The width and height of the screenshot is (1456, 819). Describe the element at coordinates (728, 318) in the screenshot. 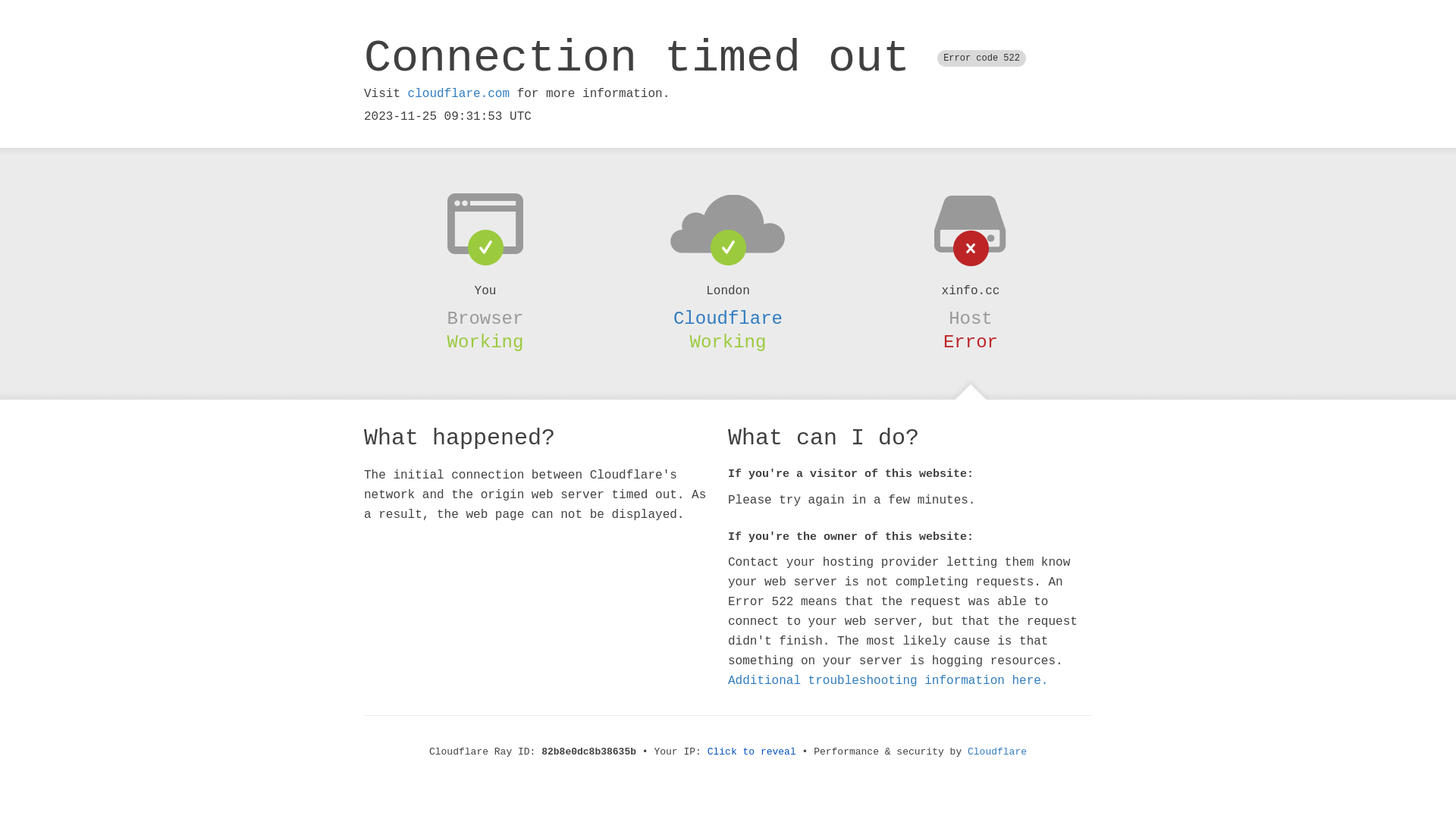

I see `'Cloudflare'` at that location.